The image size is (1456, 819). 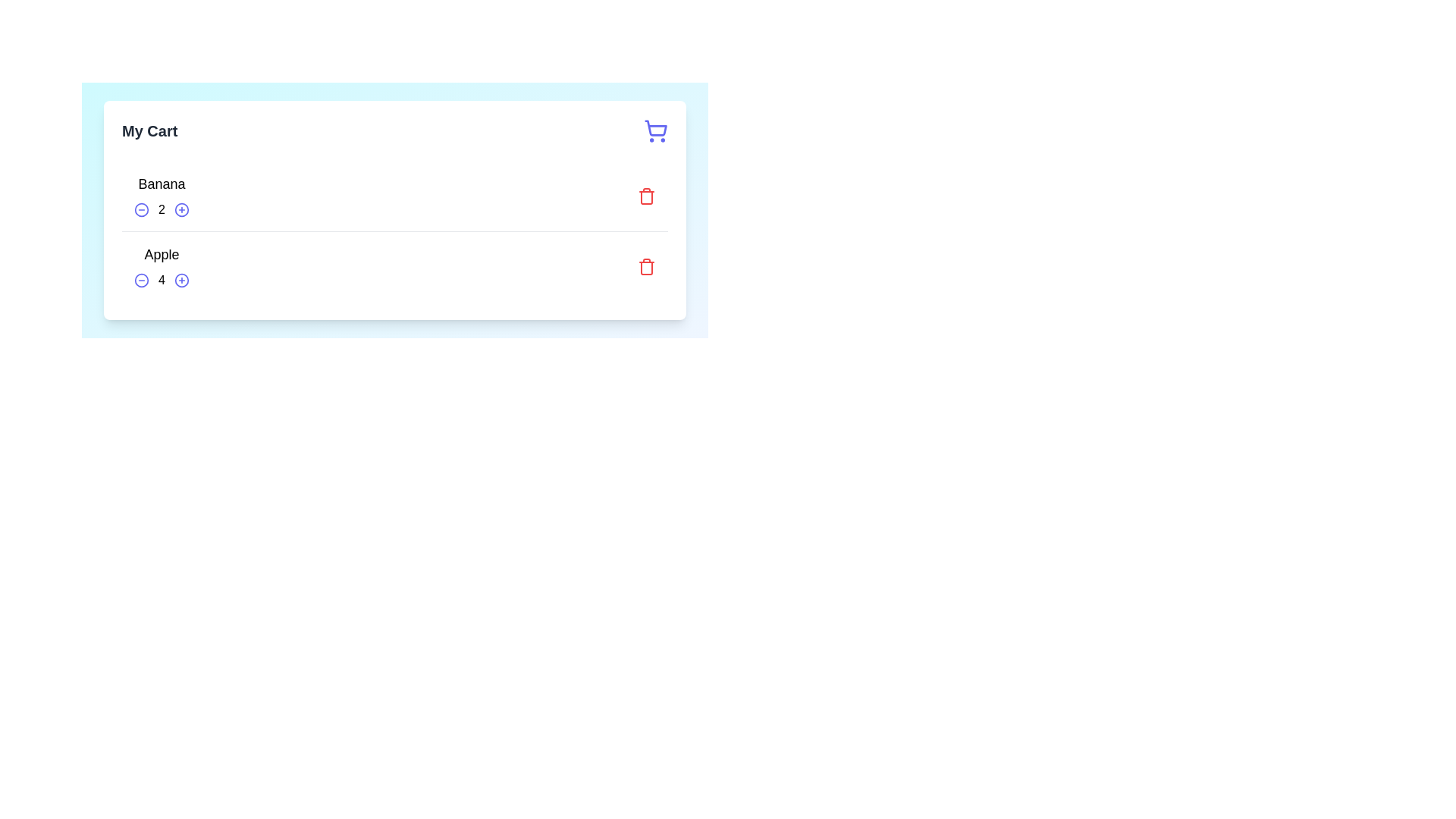 What do you see at coordinates (162, 281) in the screenshot?
I see `the static text display showing the current quantity of 'Apple', which is located in the second row between two circular icons for modifying the quantity` at bounding box center [162, 281].